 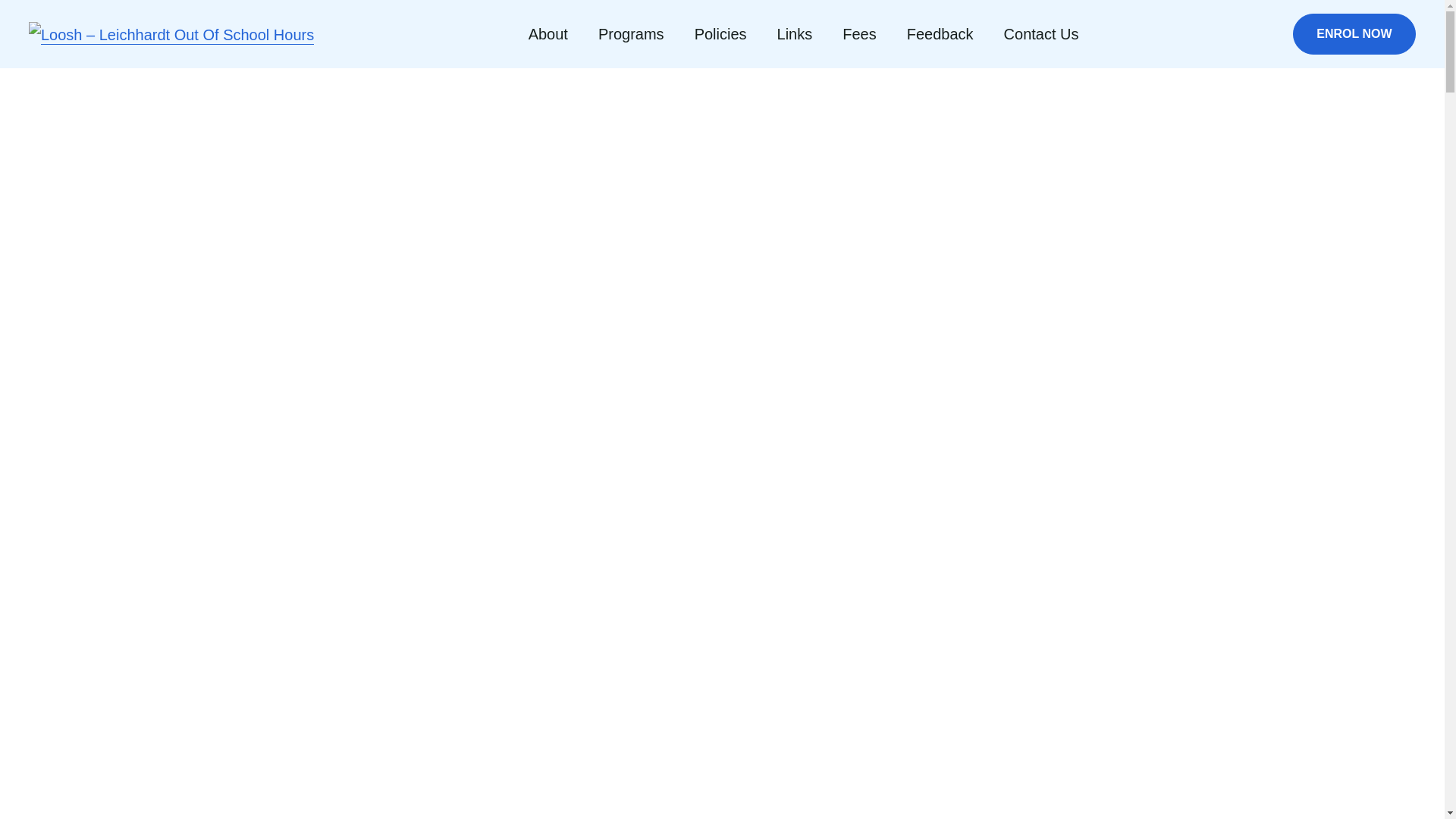 I want to click on 'About', so click(x=548, y=34).